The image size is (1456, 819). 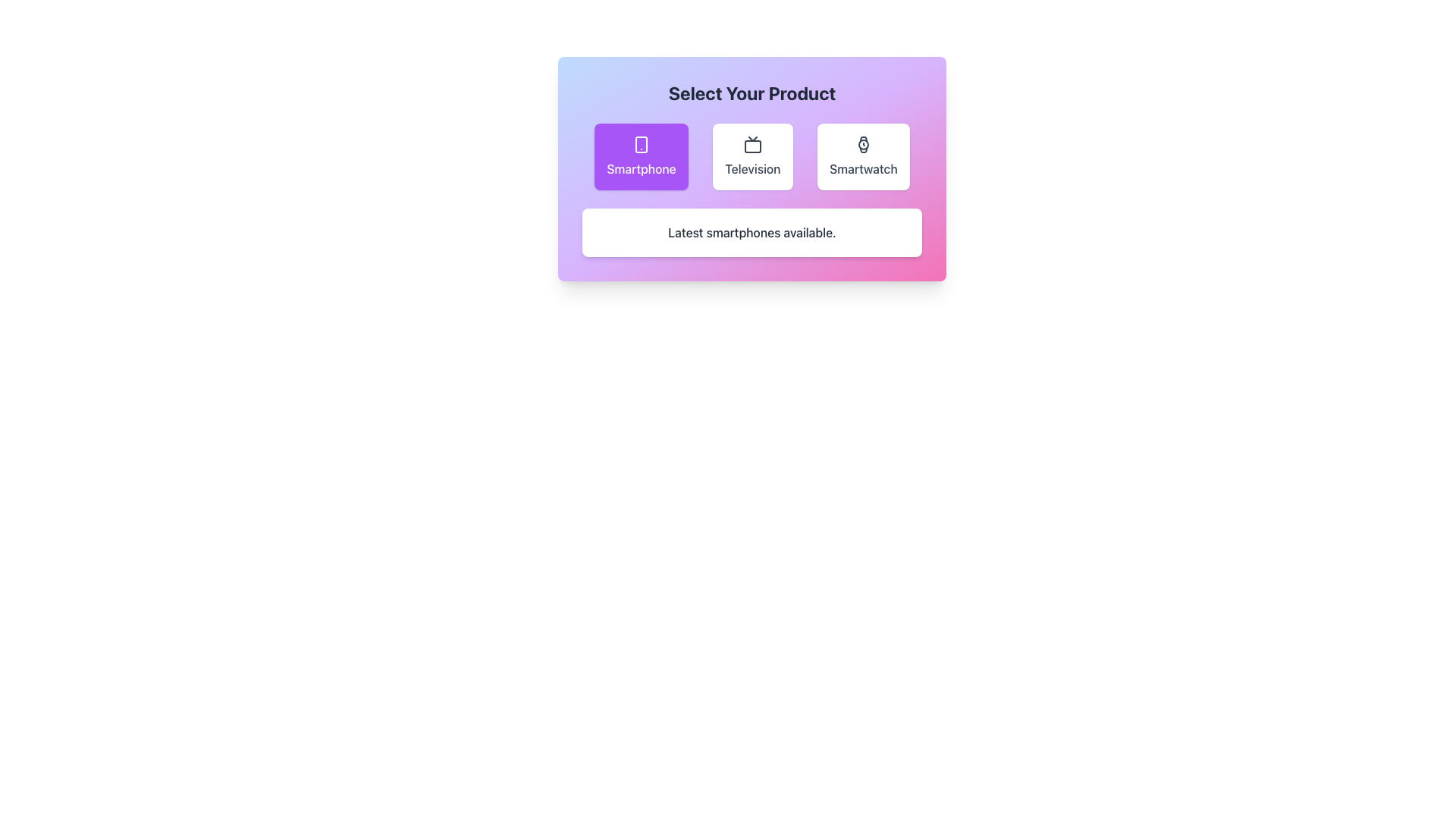 I want to click on the text label indicating the option related to Smartwatches, located at the far-right position of the horizontally aligned options under the heading 'Select Your Product', so click(x=863, y=169).